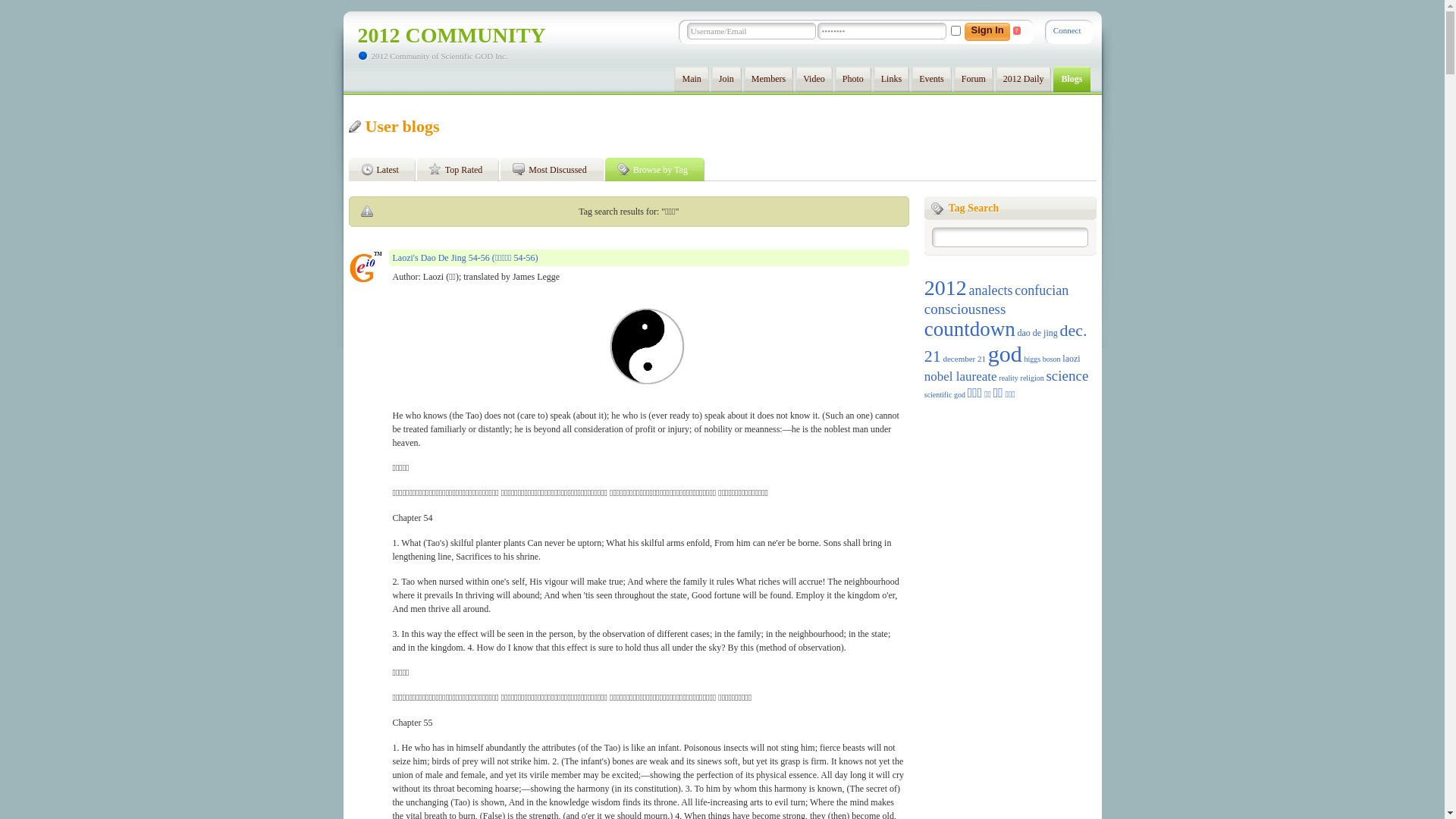 The image size is (1456, 819). What do you see at coordinates (657, 169) in the screenshot?
I see `'Browse by Tag'` at bounding box center [657, 169].